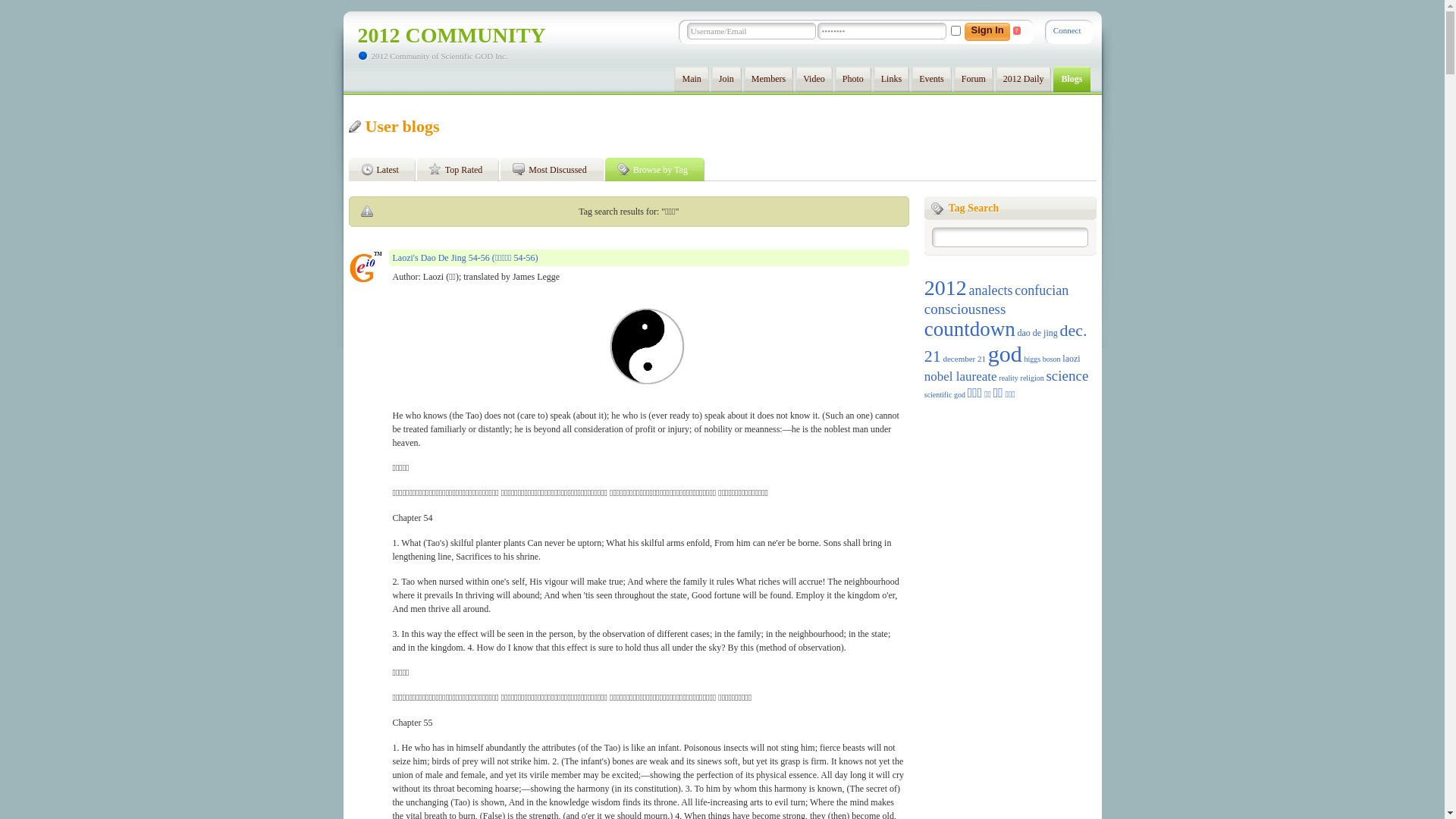 The image size is (1456, 819). What do you see at coordinates (657, 169) in the screenshot?
I see `'Browse by Tag'` at bounding box center [657, 169].